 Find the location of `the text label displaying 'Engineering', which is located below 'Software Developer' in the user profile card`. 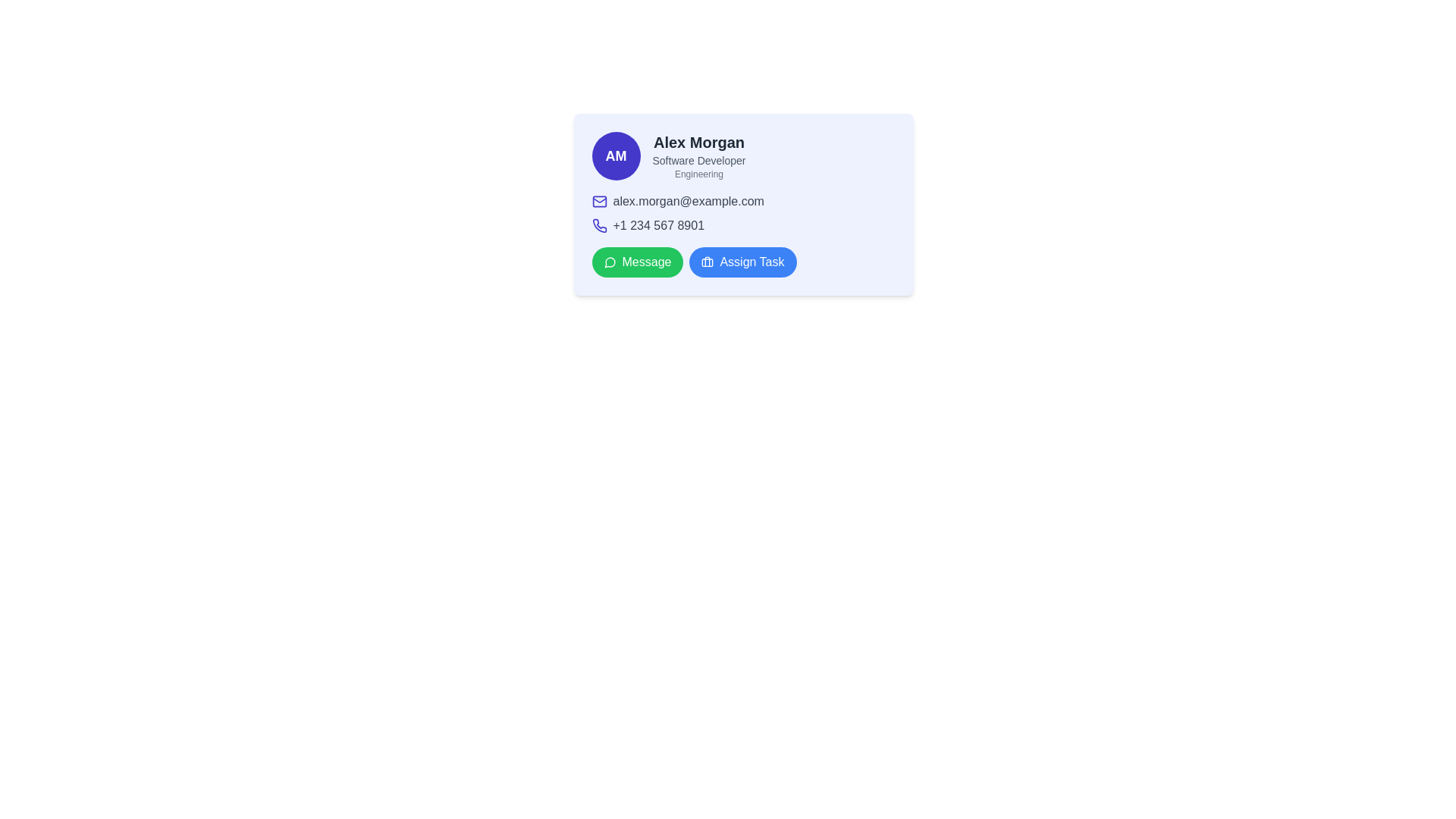

the text label displaying 'Engineering', which is located below 'Software Developer' in the user profile card is located at coordinates (698, 174).